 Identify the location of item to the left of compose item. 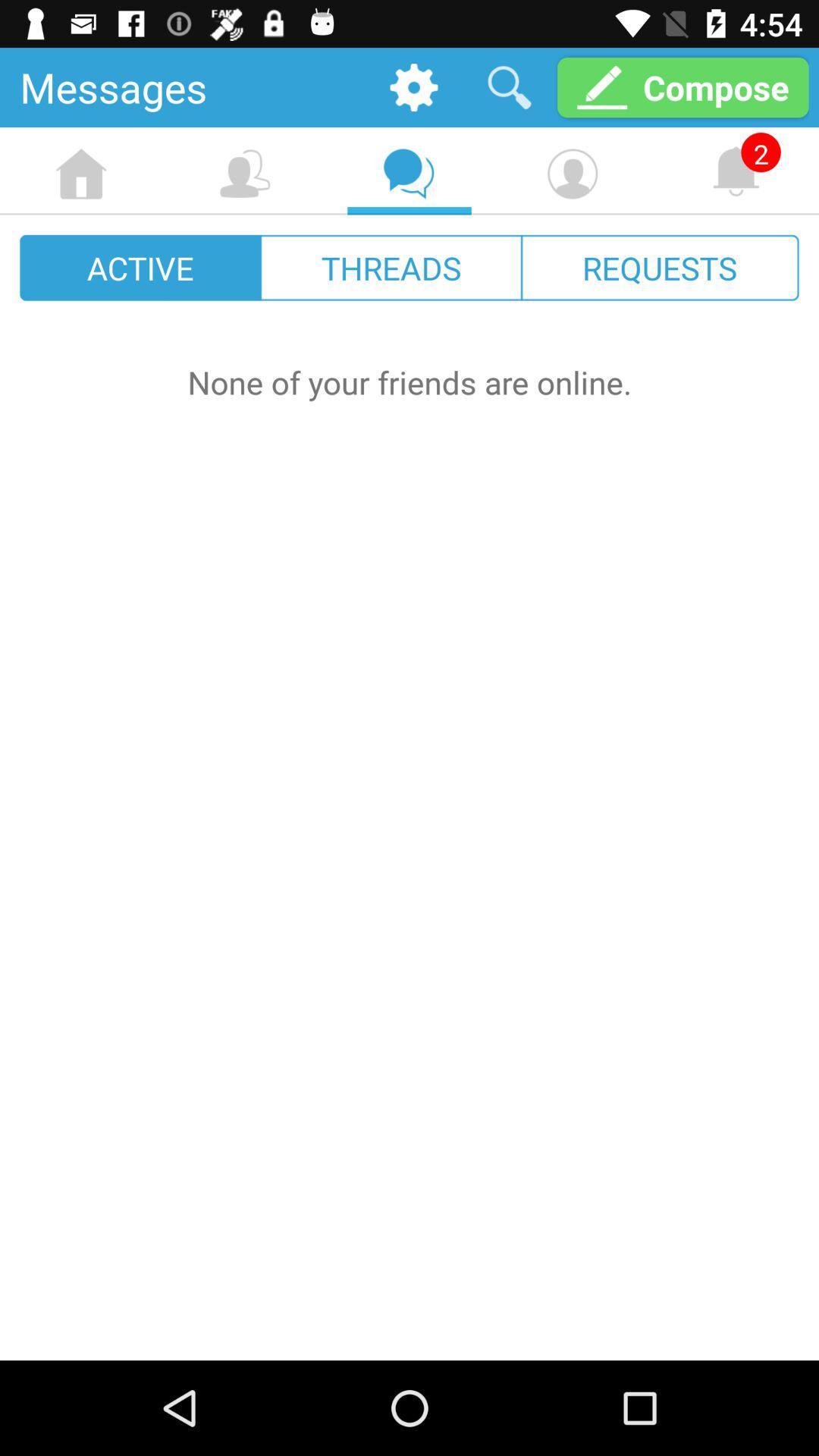
(509, 86).